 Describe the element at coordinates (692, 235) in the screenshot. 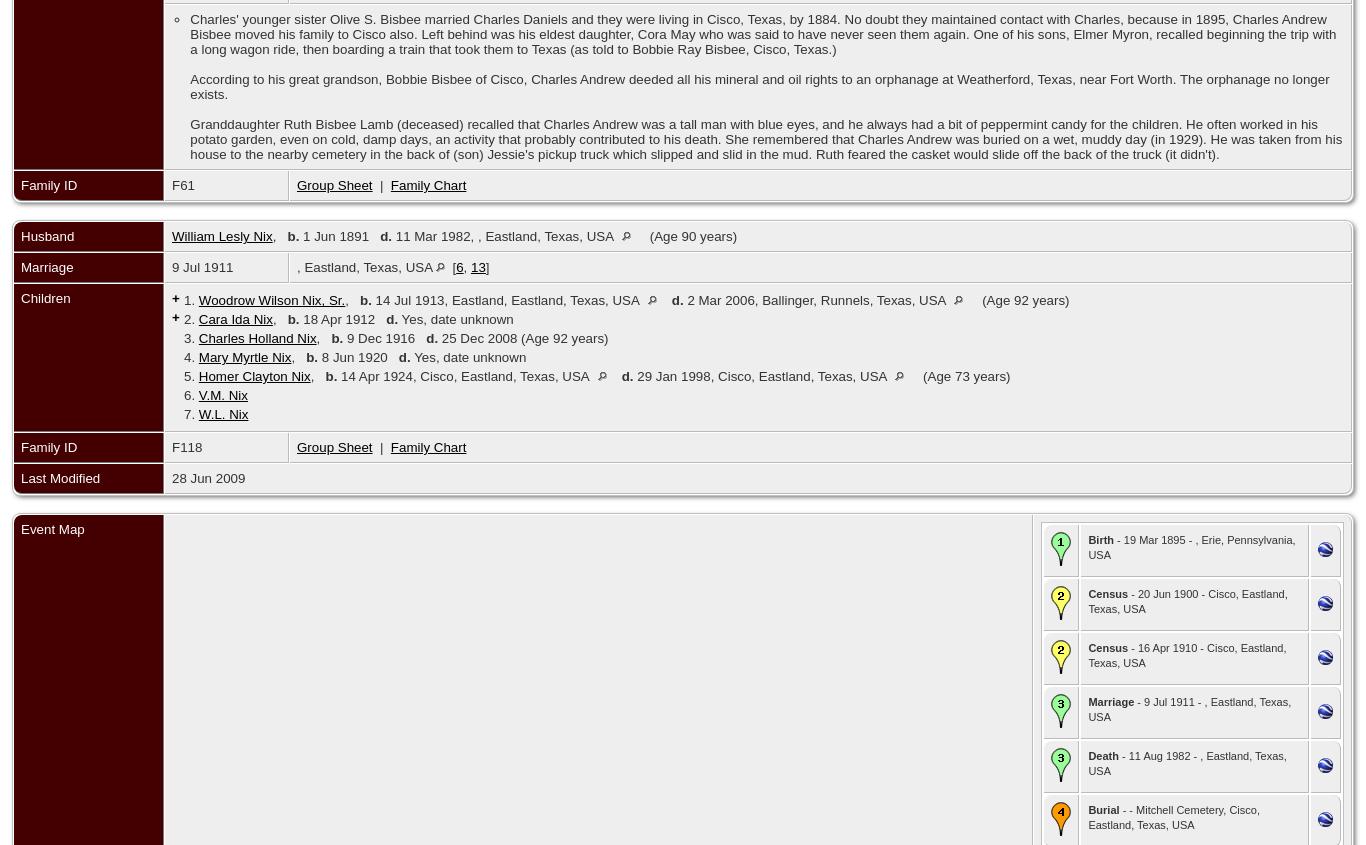

I see `'(Age 90 years)'` at that location.